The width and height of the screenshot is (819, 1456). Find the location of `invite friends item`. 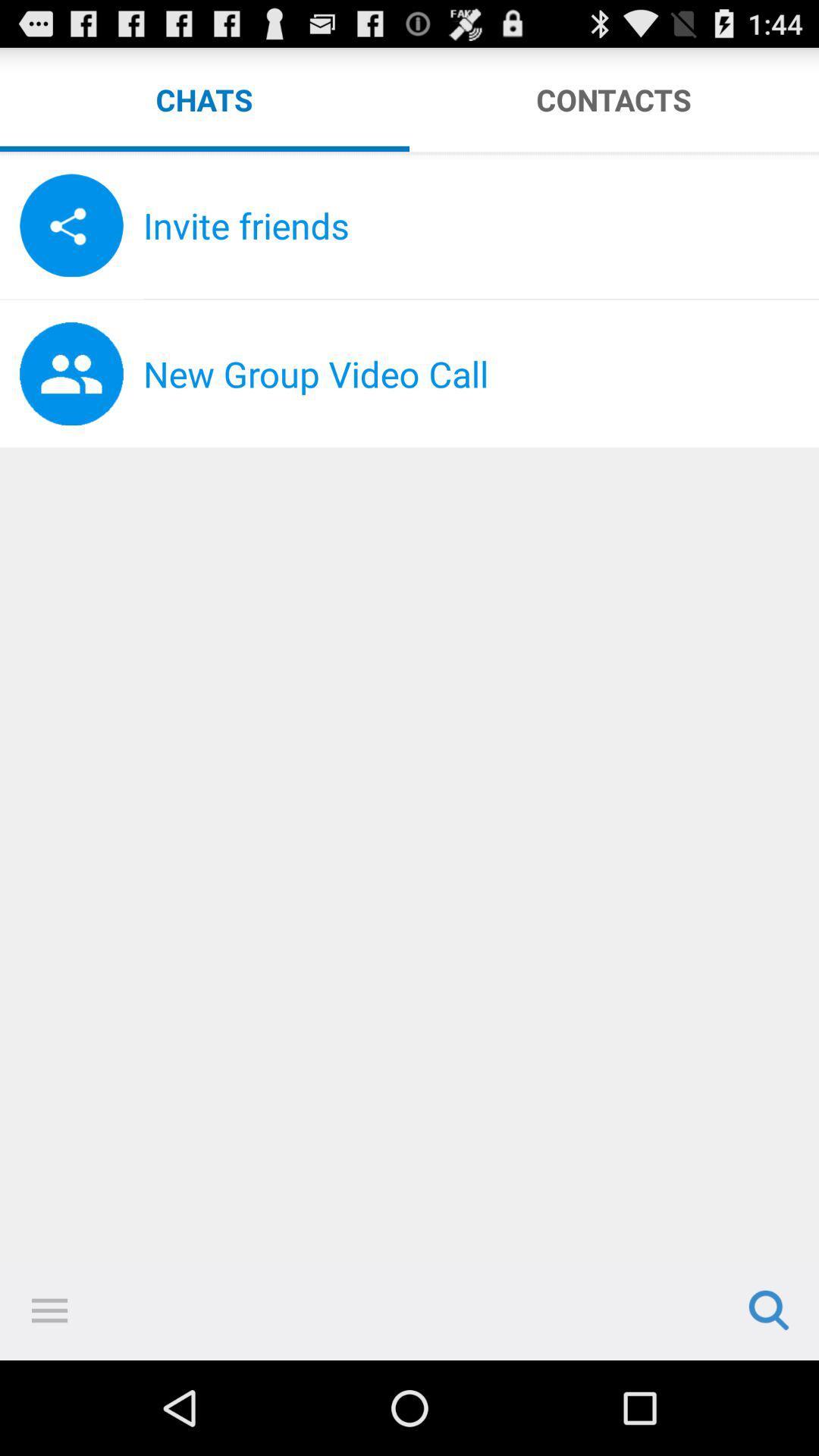

invite friends item is located at coordinates (481, 224).